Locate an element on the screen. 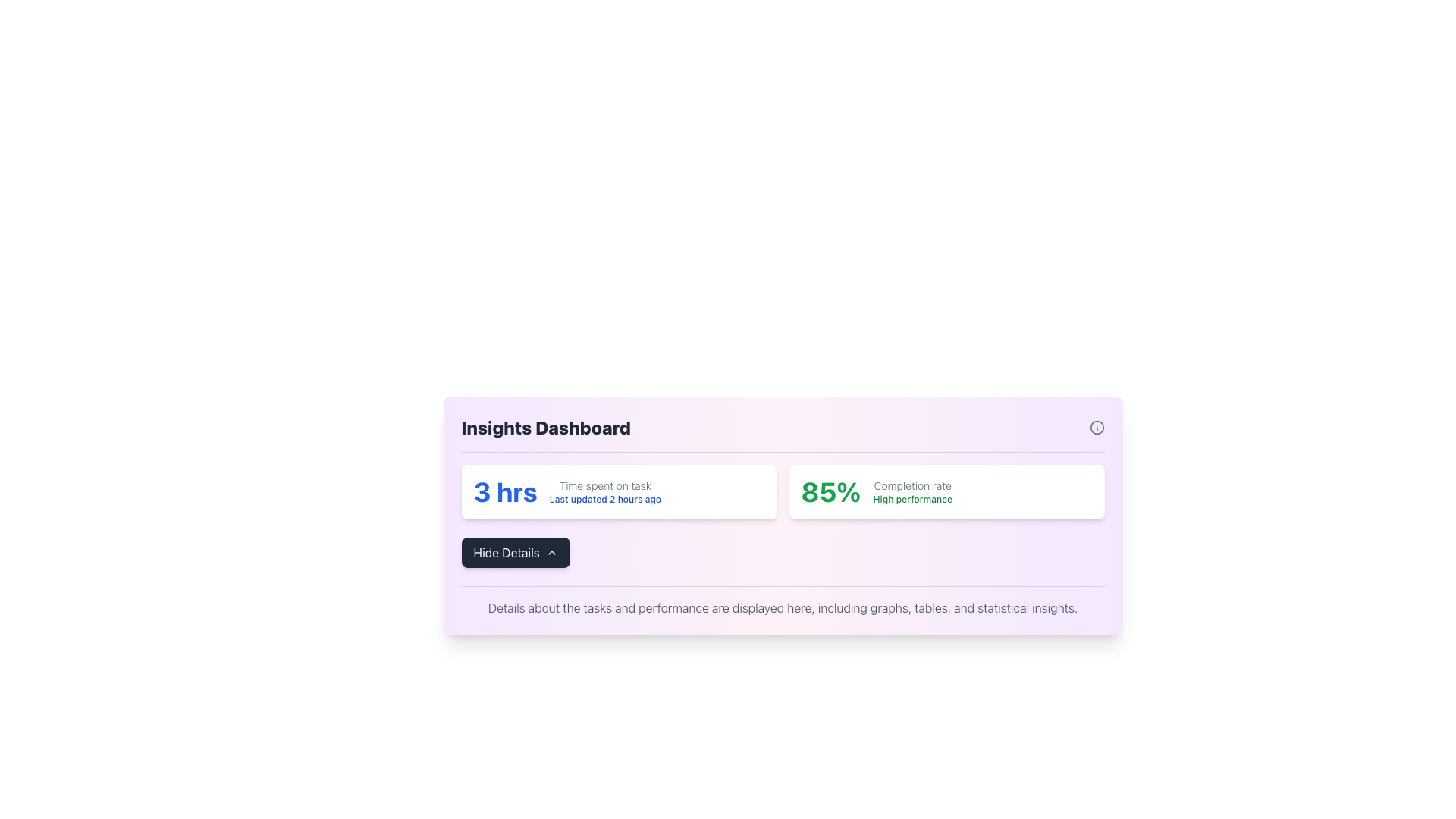  descriptive text block located to the right of the green percentage text ('85%') within the white card that contains performance metrics is located at coordinates (912, 491).